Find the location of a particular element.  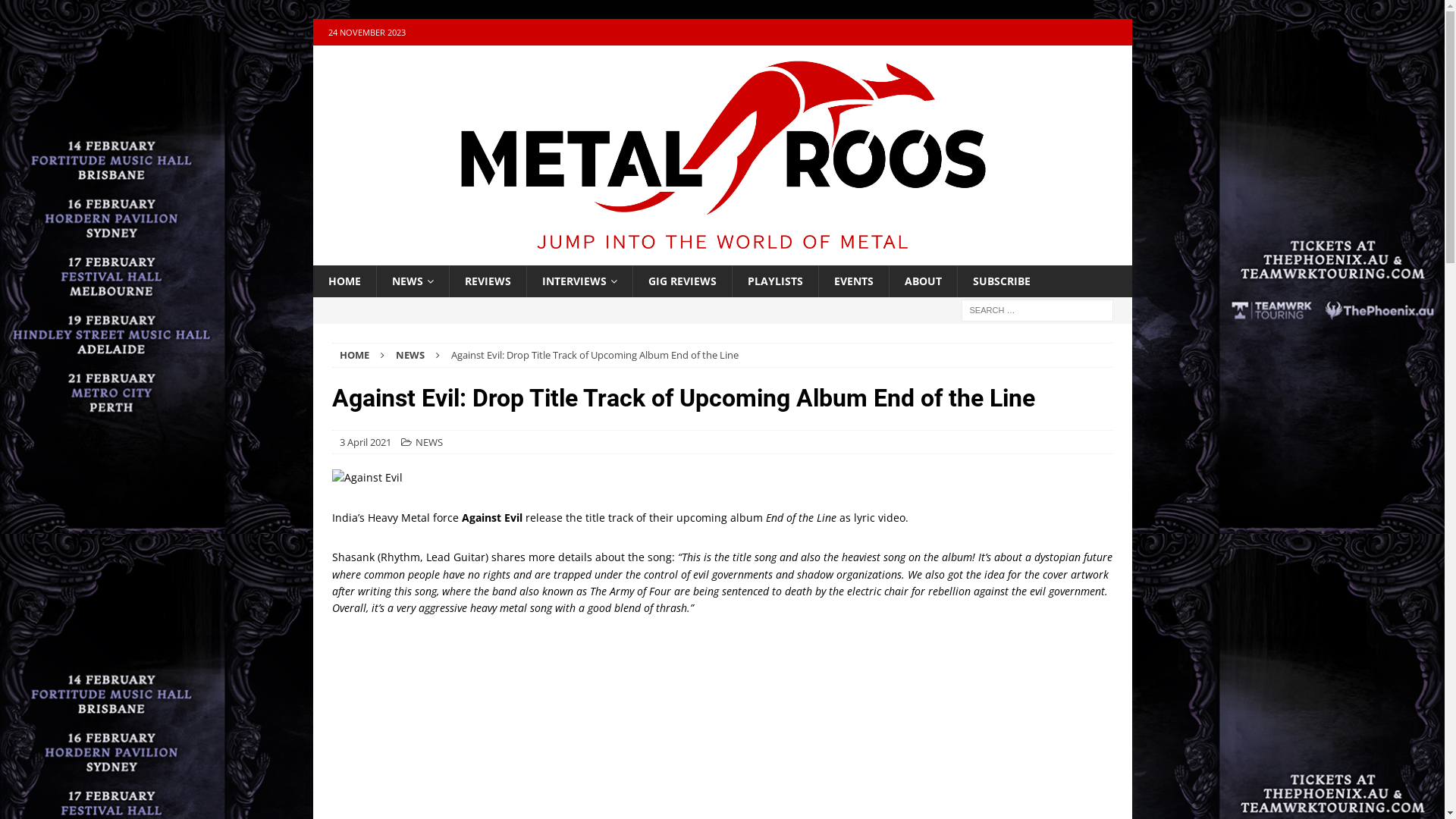

'3 April 2021' is located at coordinates (365, 441).